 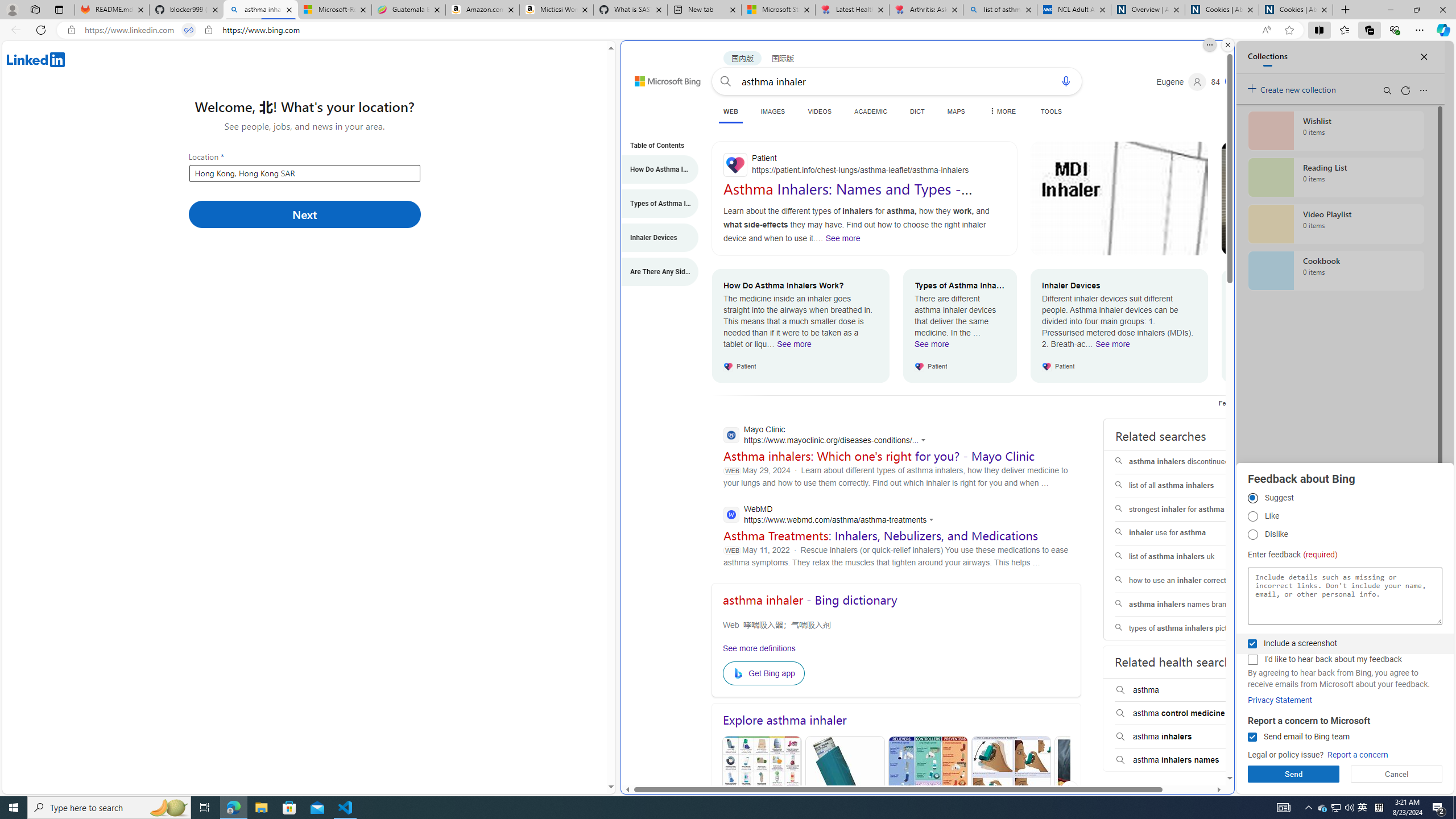 I want to click on 'Send email to Bing team', so click(x=1252, y=737).